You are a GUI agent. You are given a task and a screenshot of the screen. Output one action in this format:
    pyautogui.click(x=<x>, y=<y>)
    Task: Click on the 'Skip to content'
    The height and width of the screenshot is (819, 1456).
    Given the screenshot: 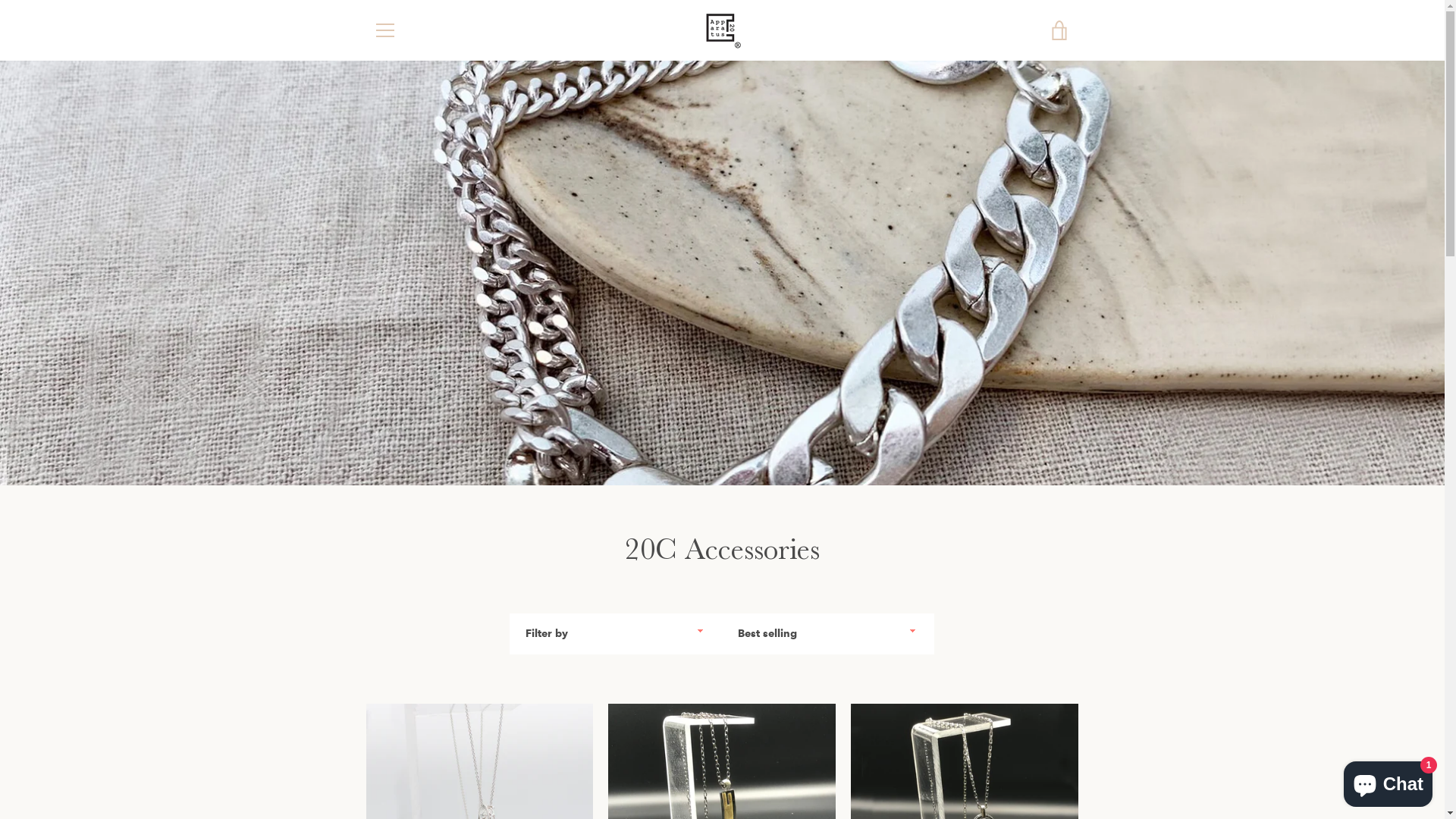 What is the action you would take?
    pyautogui.click(x=0, y=0)
    